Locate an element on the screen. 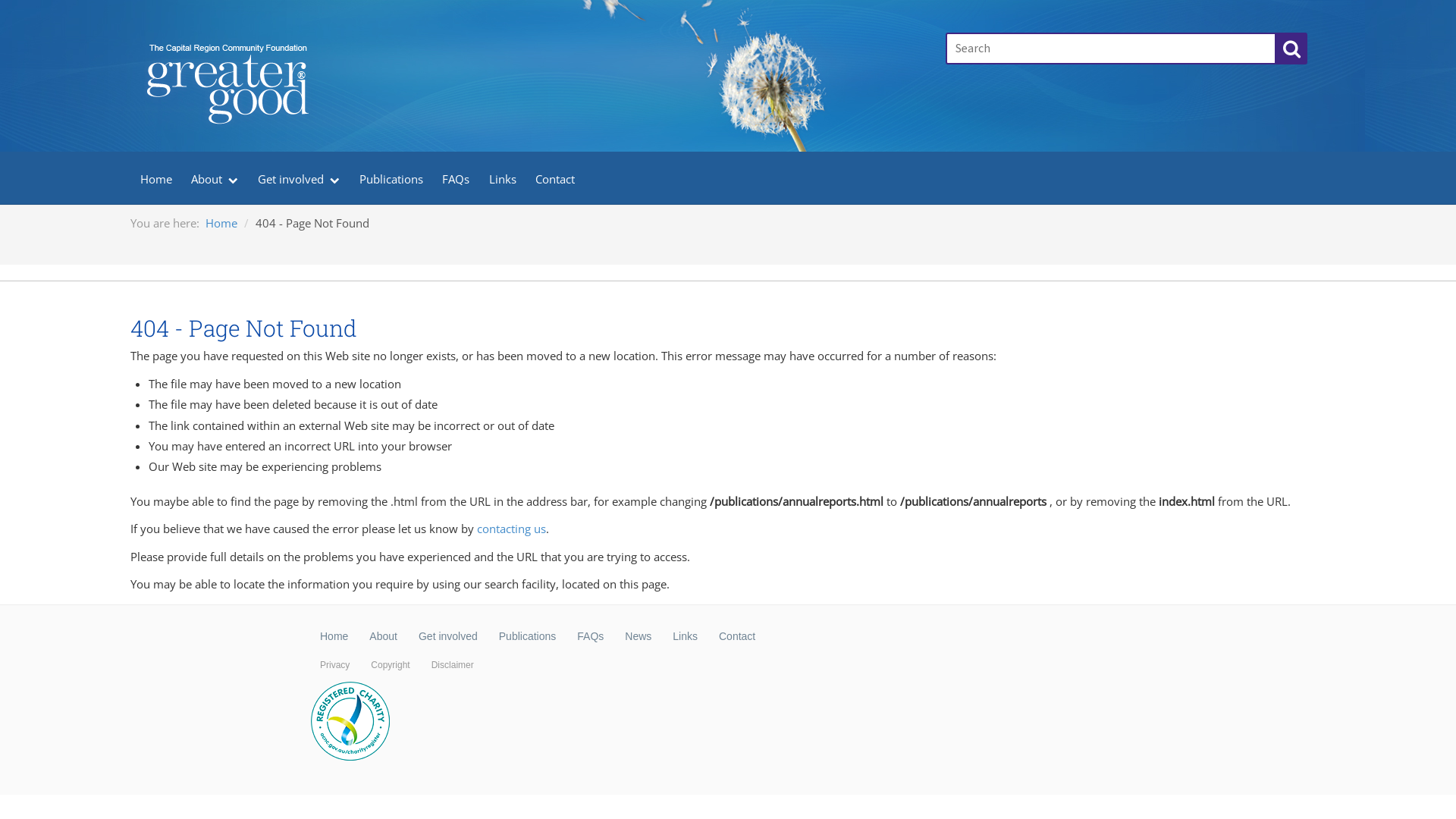 The image size is (1456, 819). 'About' is located at coordinates (383, 636).